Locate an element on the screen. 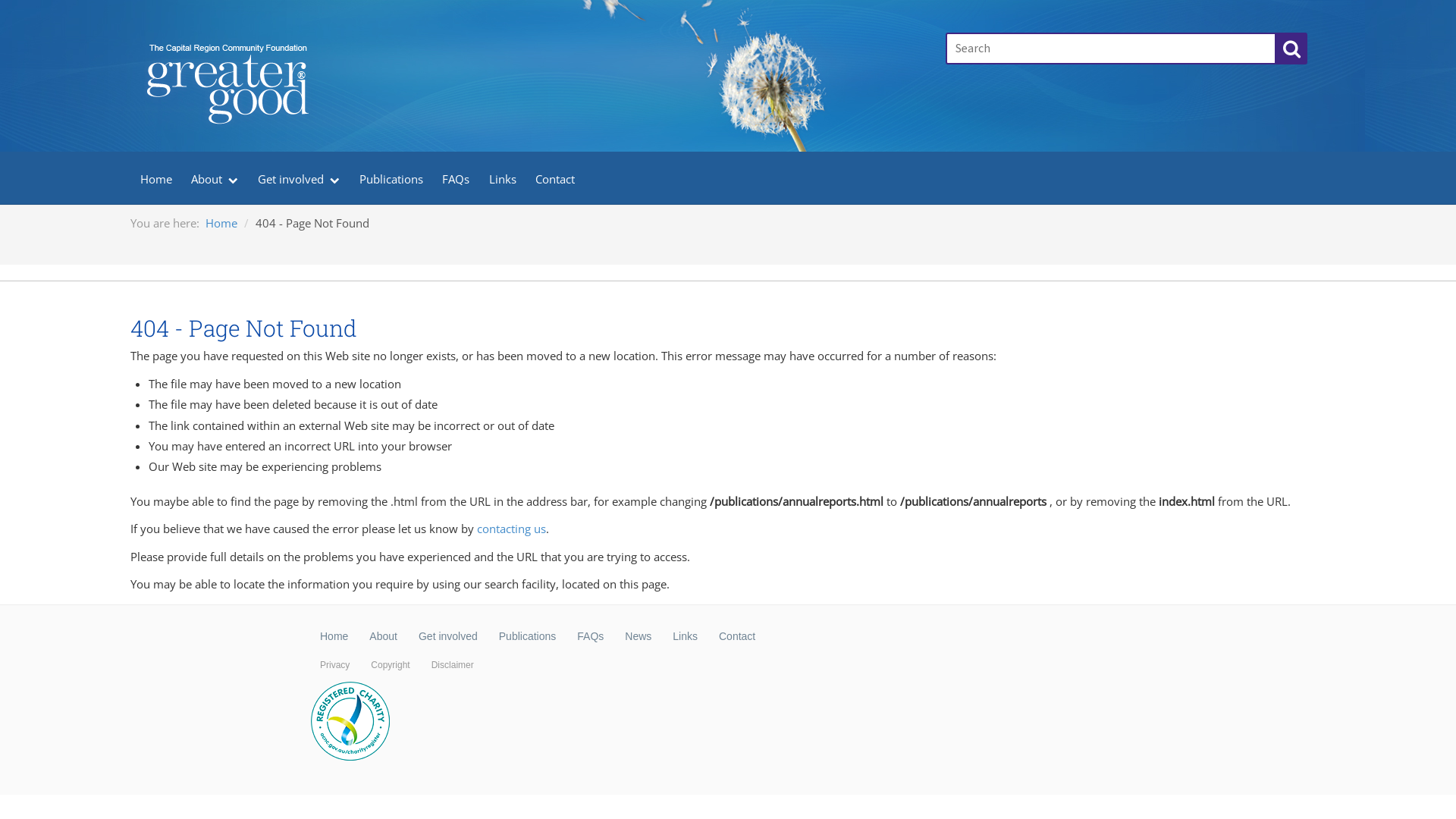 The image size is (1456, 819). 'About' is located at coordinates (383, 636).